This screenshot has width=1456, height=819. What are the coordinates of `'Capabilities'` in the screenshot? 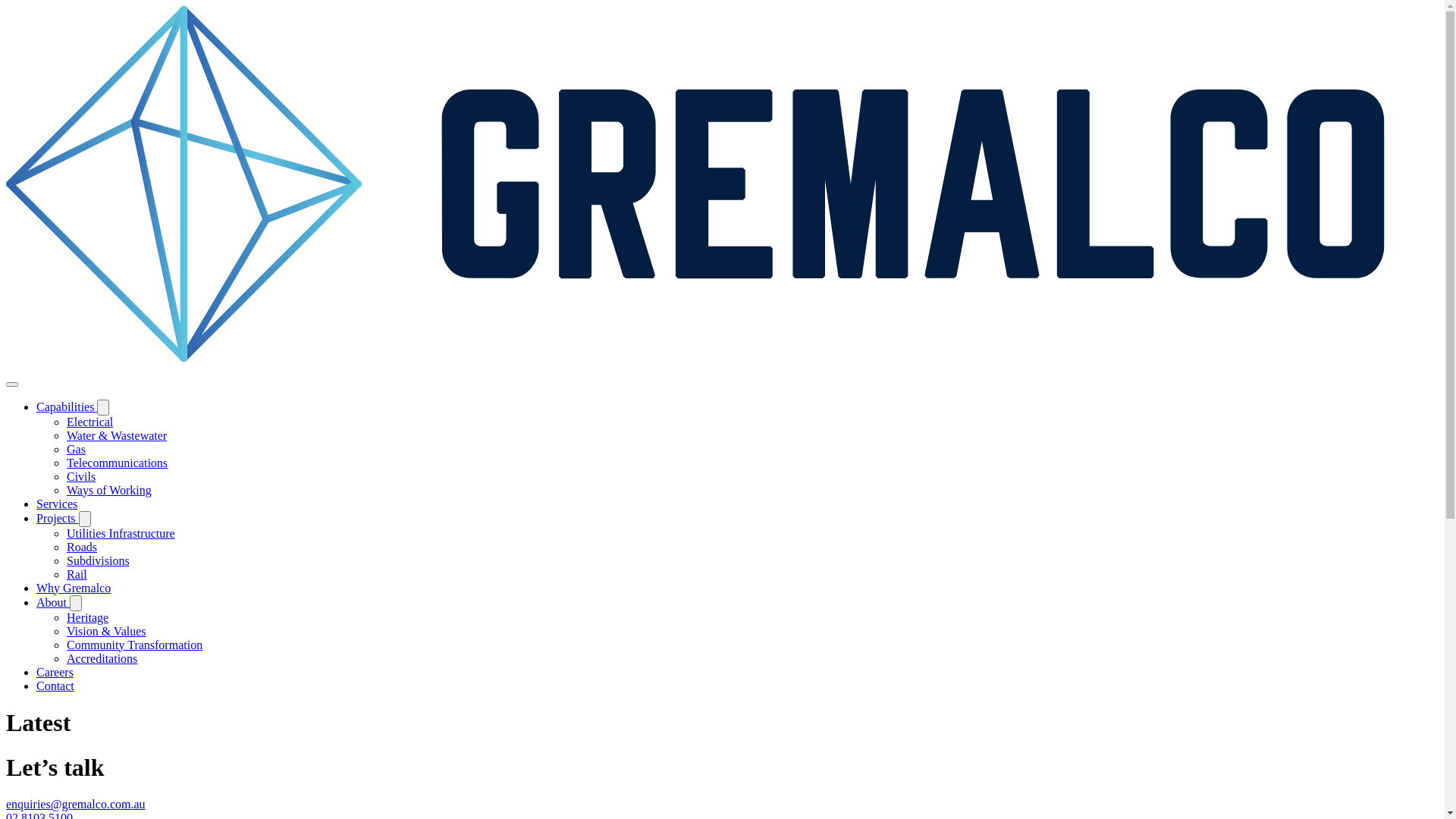 It's located at (65, 406).